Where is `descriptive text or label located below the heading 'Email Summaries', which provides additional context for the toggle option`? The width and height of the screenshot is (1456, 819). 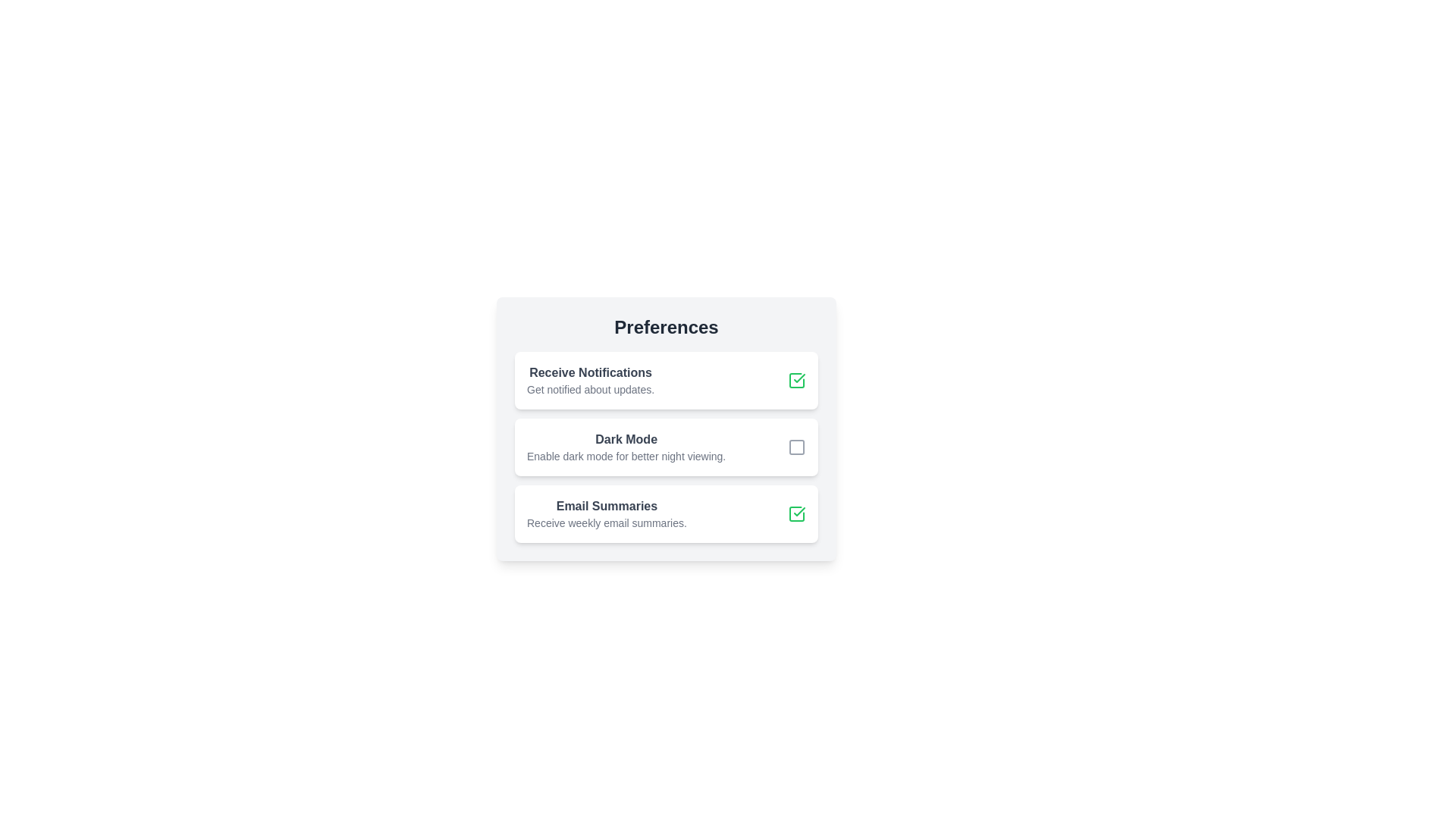 descriptive text or label located below the heading 'Email Summaries', which provides additional context for the toggle option is located at coordinates (607, 522).